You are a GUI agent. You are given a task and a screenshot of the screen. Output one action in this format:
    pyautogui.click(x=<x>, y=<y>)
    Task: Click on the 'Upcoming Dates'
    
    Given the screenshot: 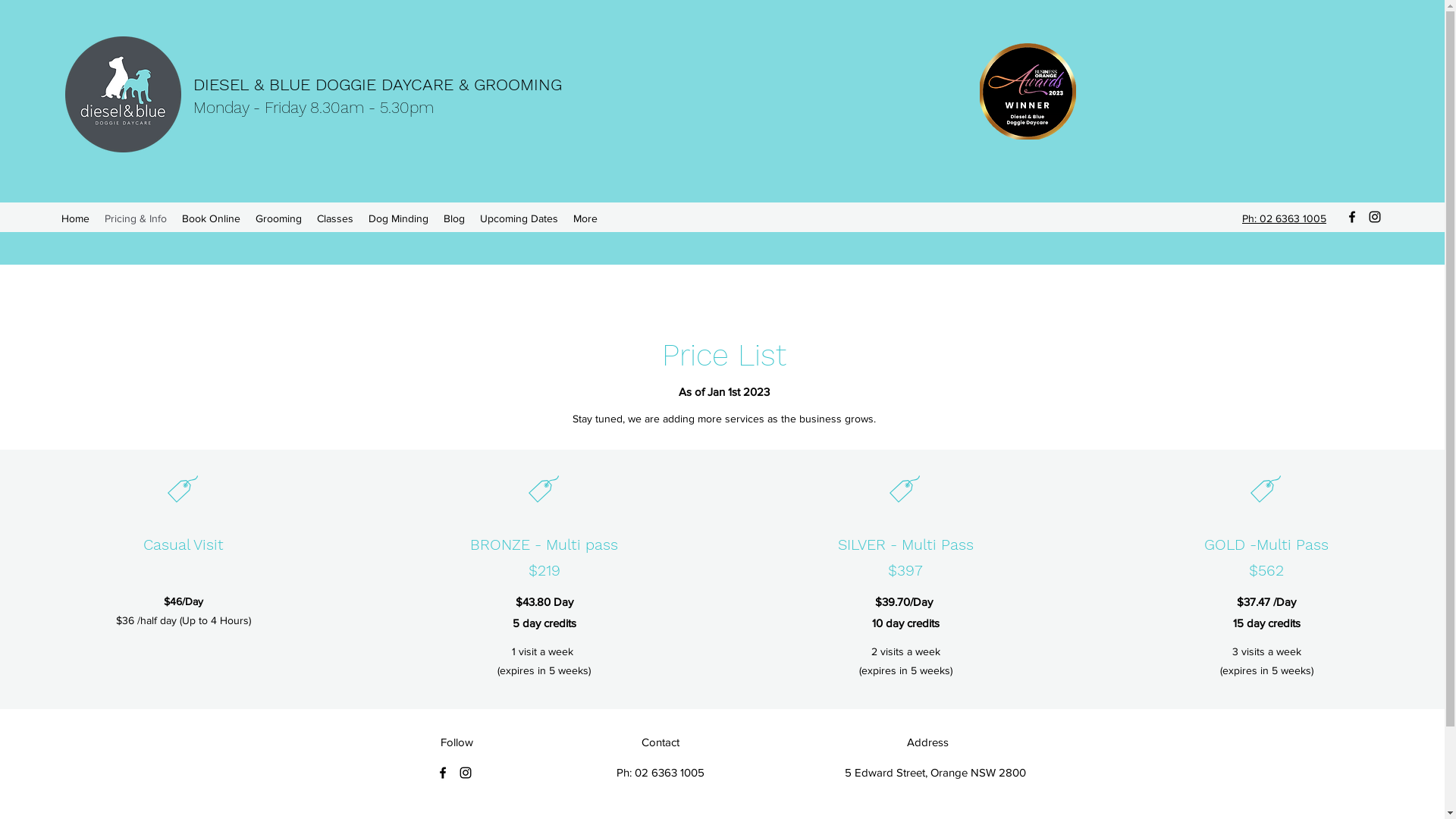 What is the action you would take?
    pyautogui.click(x=519, y=218)
    